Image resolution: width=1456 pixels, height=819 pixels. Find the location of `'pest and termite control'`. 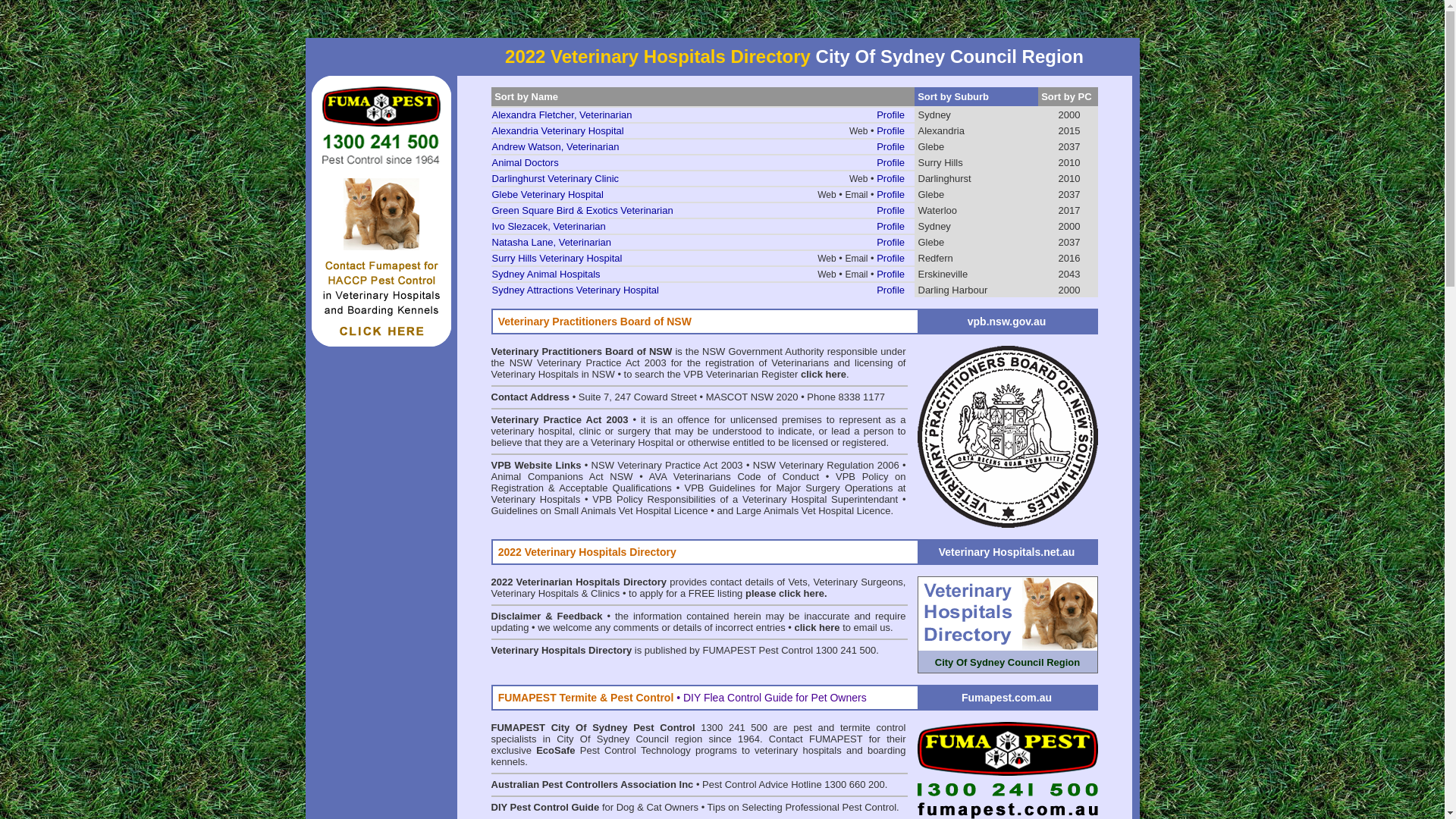

'pest and termite control' is located at coordinates (848, 726).